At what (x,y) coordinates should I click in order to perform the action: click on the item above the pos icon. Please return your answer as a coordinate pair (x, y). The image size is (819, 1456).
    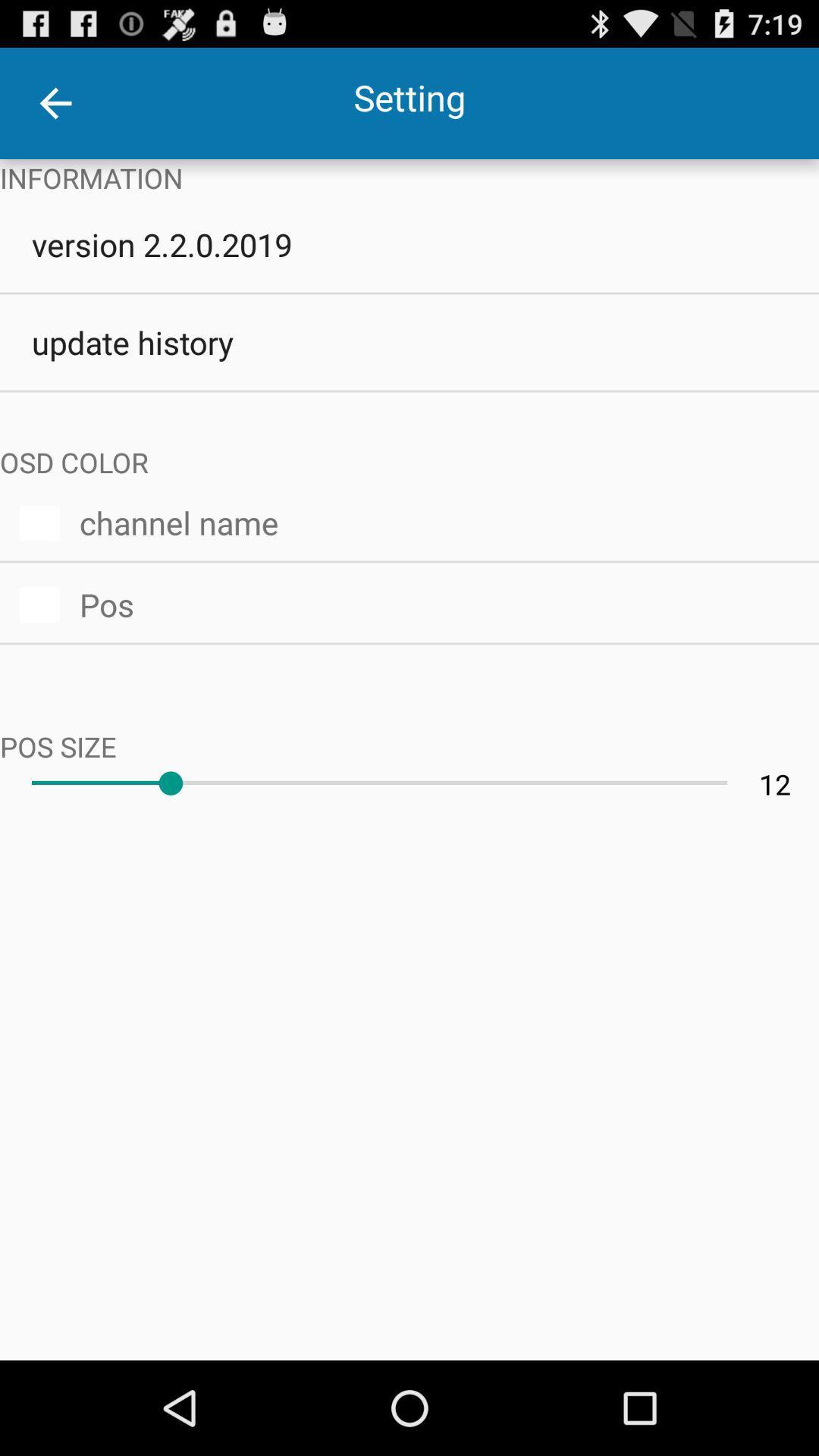
    Looking at the image, I should click on (439, 520).